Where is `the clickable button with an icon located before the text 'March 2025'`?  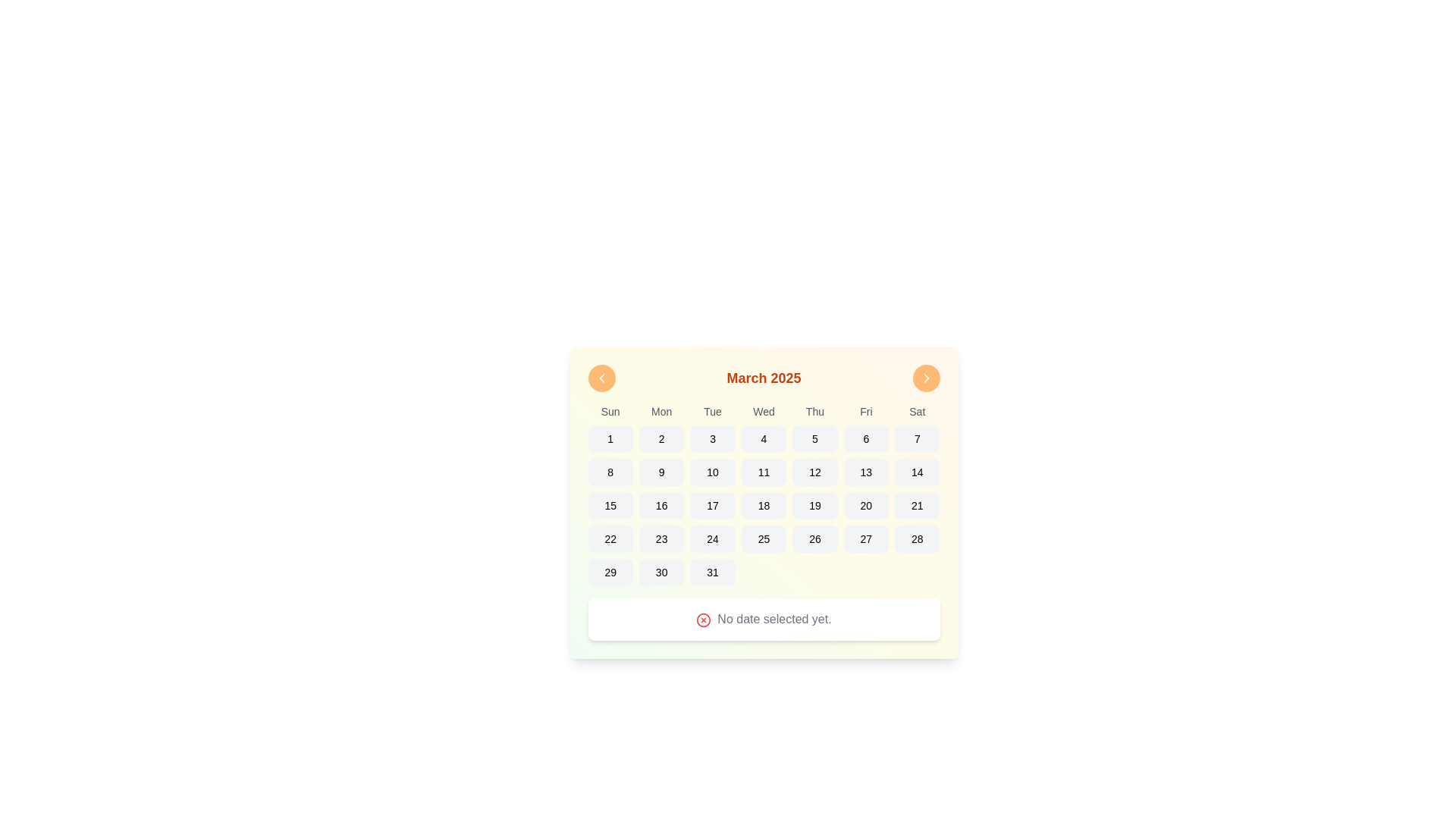
the clickable button with an icon located before the text 'March 2025' is located at coordinates (601, 377).